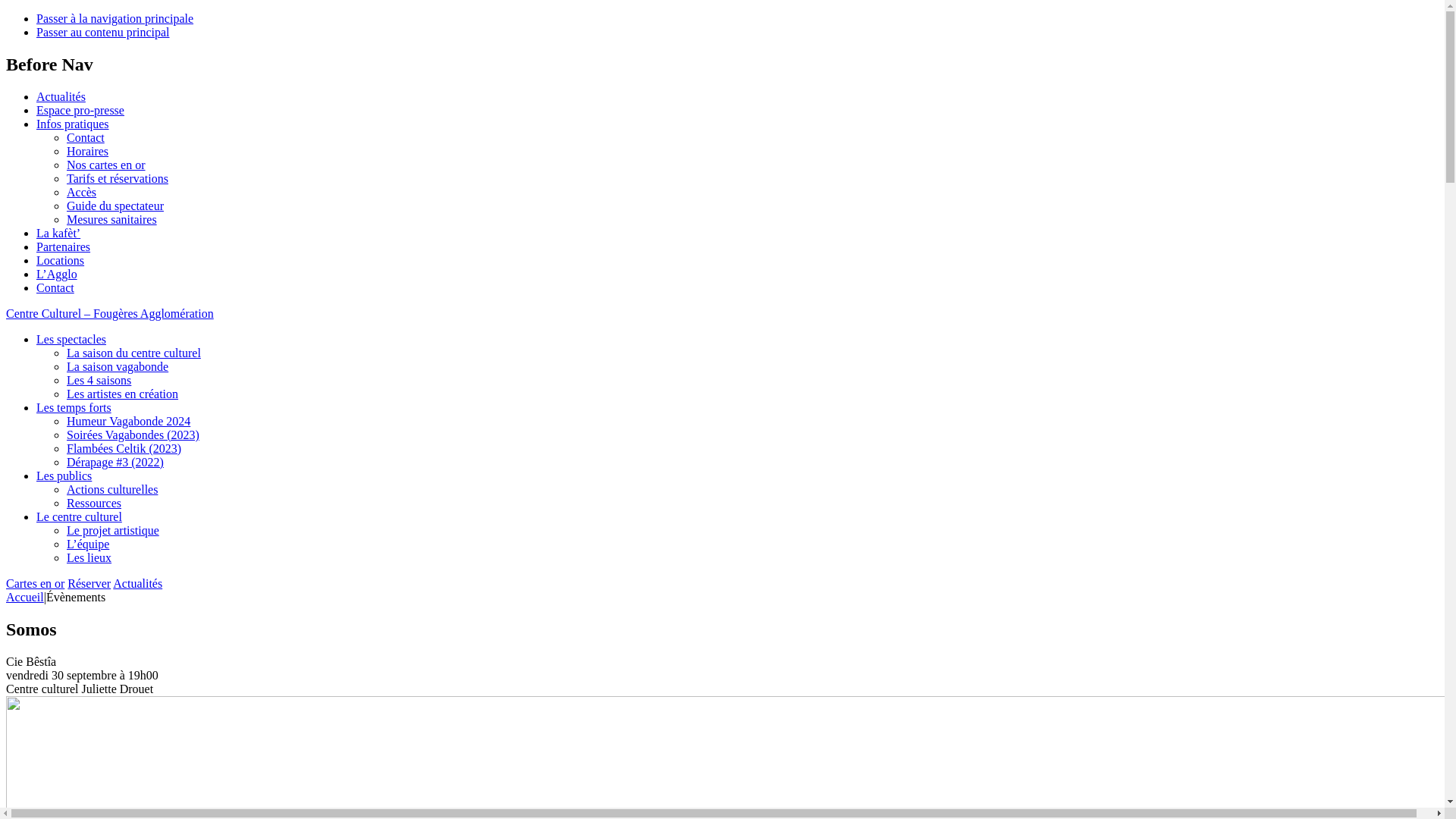 The width and height of the screenshot is (1456, 819). I want to click on 'Le centre culturel', so click(78, 516).